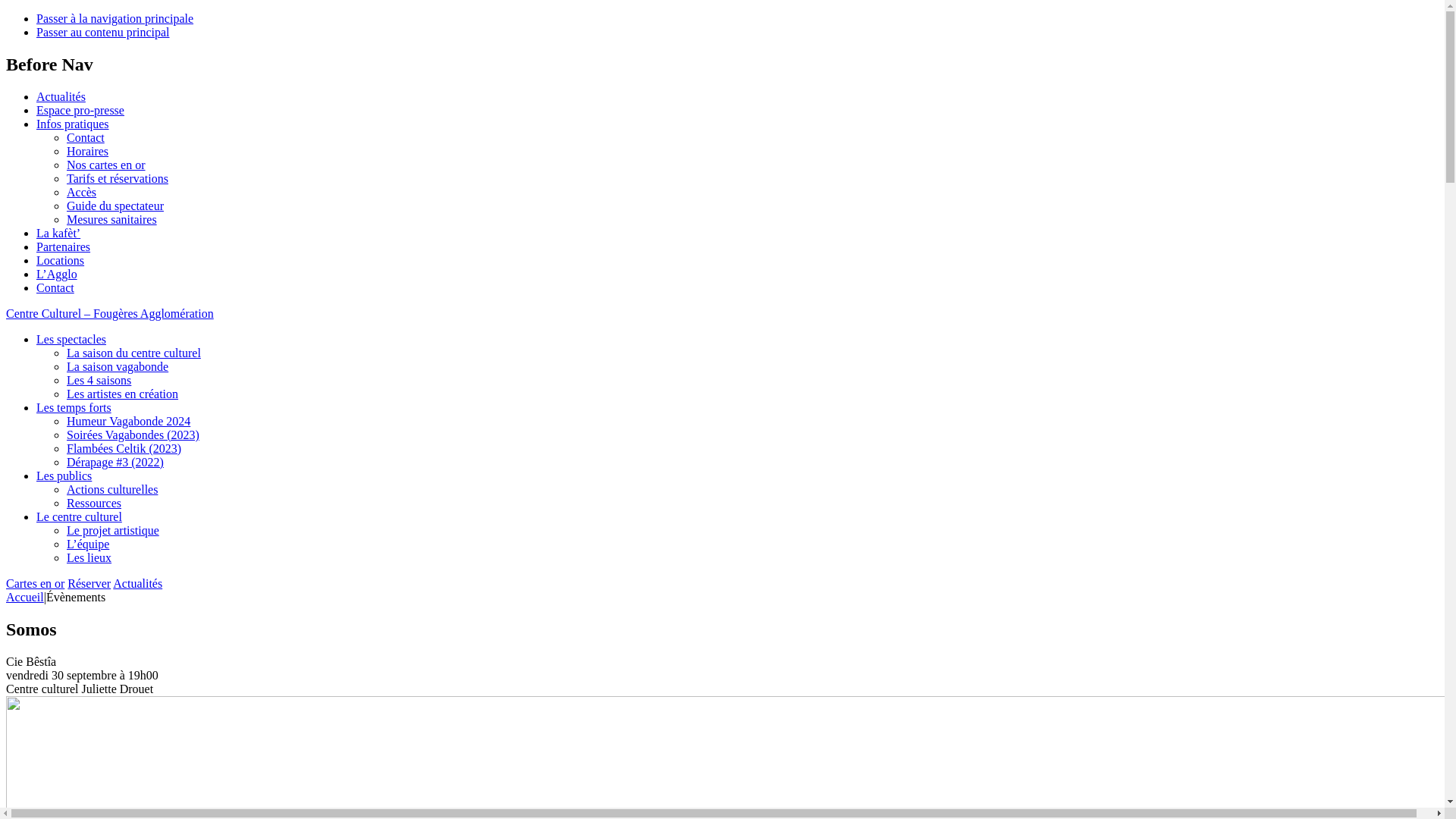 The width and height of the screenshot is (1456, 819). I want to click on 'Le centre culturel', so click(78, 516).